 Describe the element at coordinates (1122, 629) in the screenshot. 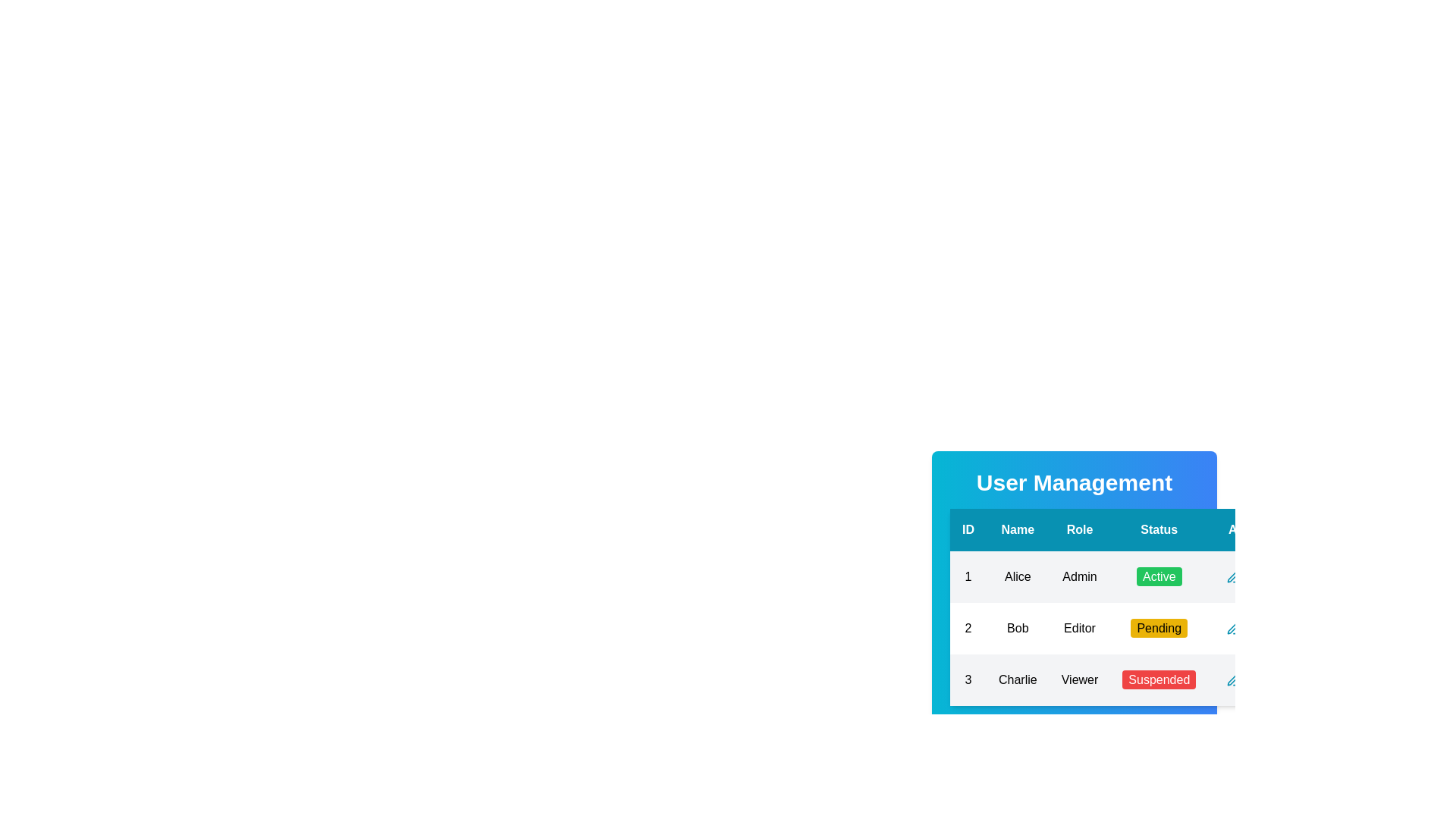

I see `the data row displaying user 'Bob' in the user management table` at that location.